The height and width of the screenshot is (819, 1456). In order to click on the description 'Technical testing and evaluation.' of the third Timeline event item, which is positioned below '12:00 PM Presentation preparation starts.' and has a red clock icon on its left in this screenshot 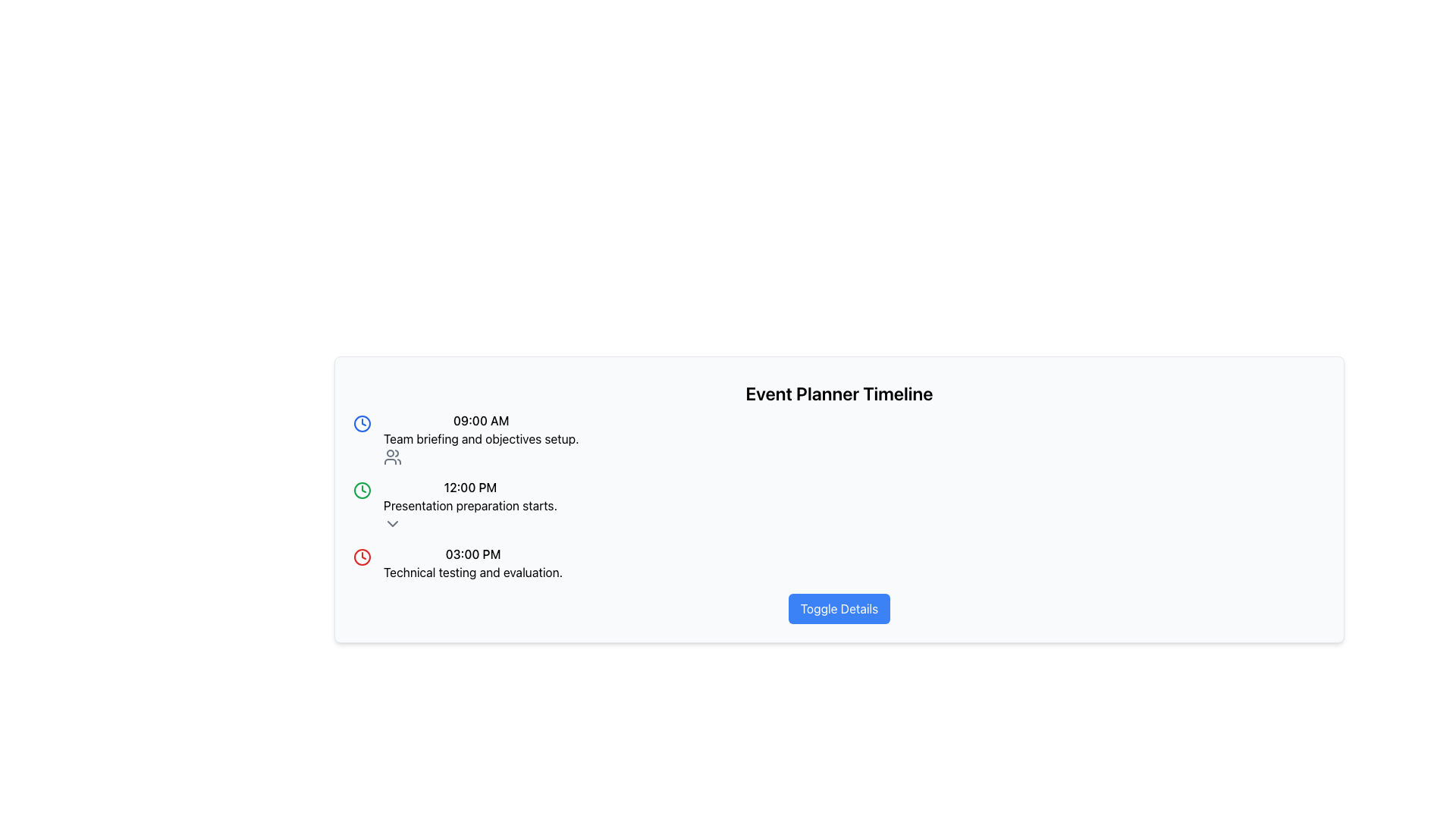, I will do `click(472, 563)`.